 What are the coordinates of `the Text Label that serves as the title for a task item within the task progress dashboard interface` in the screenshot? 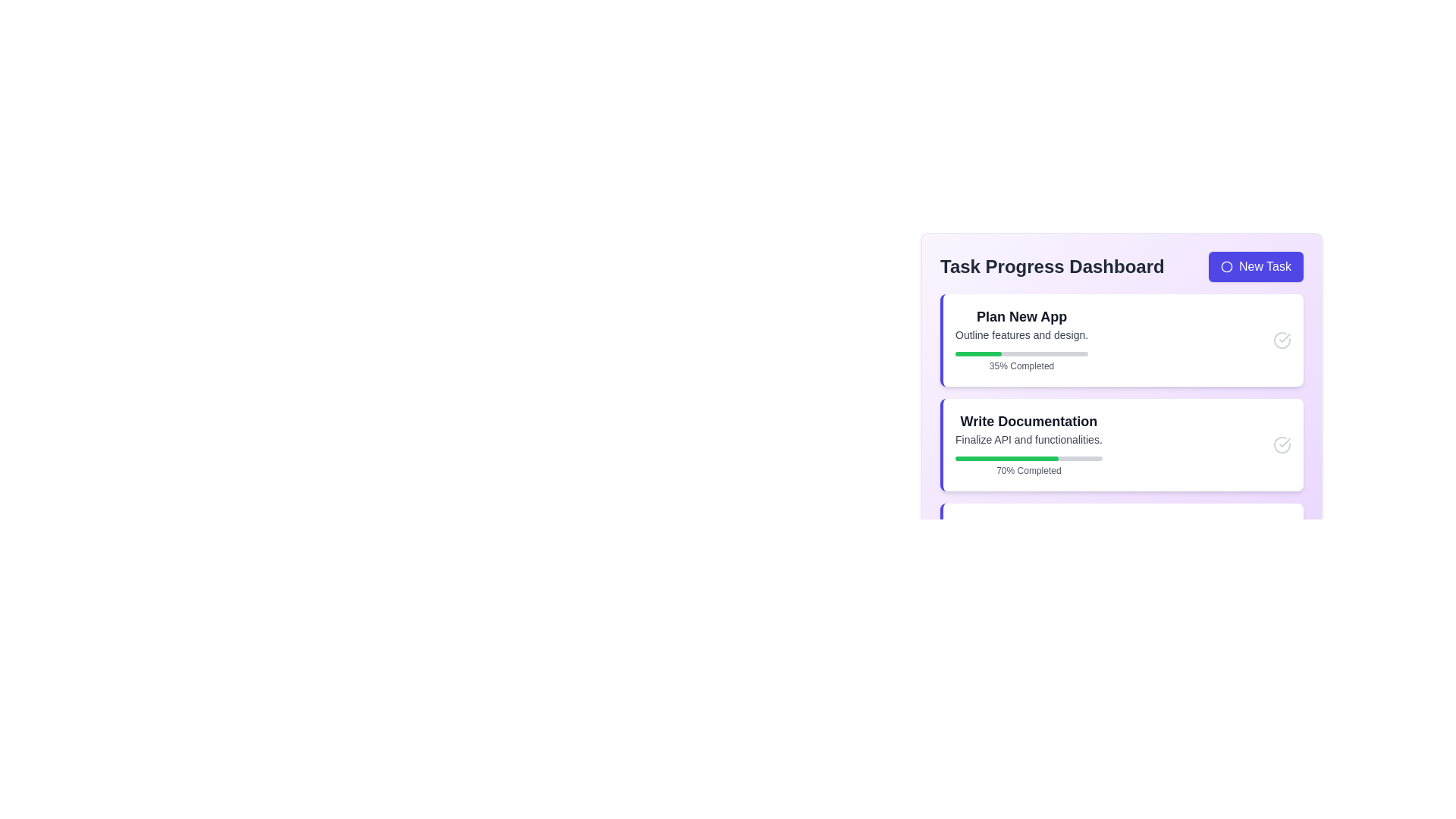 It's located at (1021, 315).